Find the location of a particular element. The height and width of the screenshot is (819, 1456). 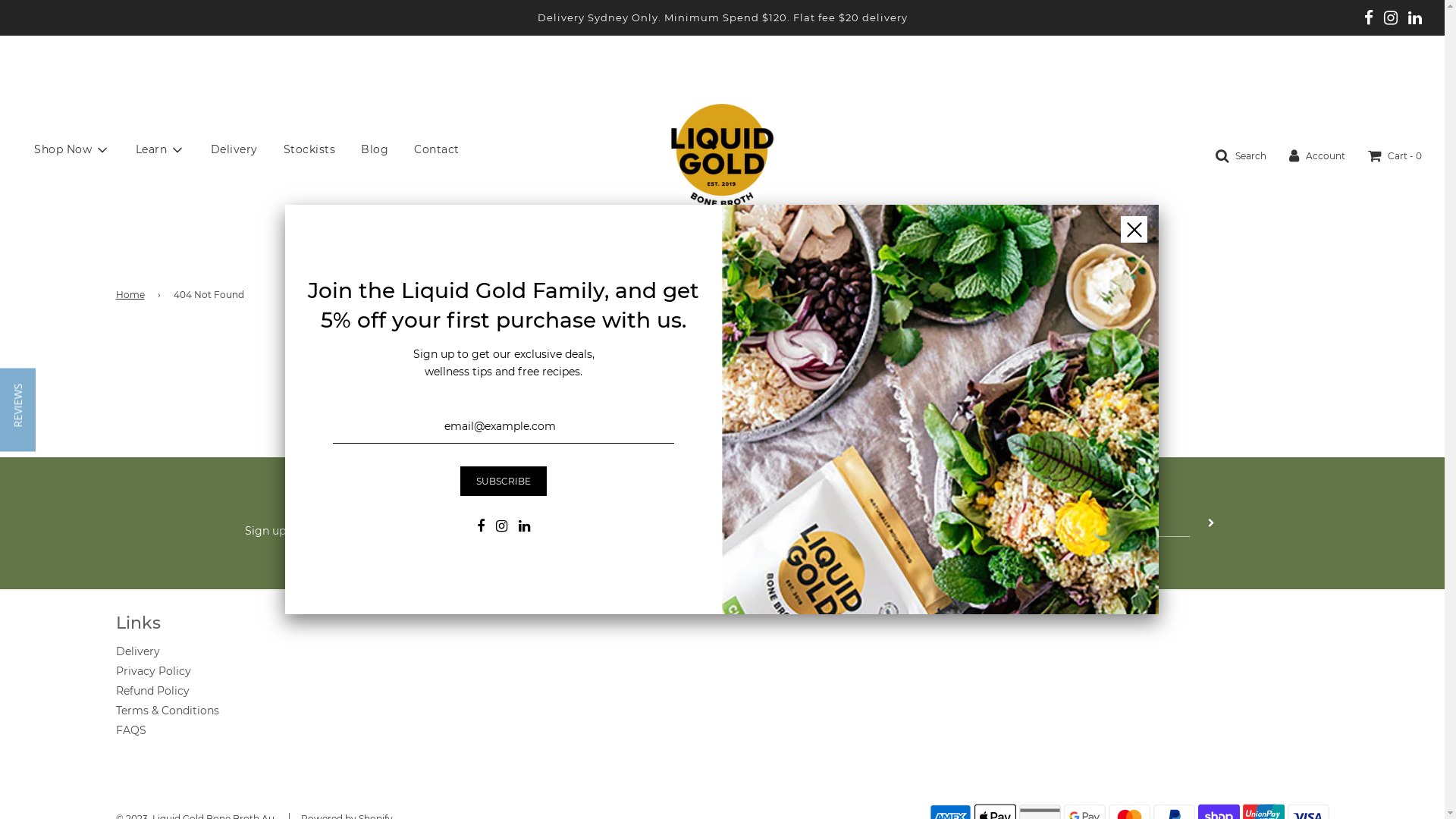

'Refund Policy' is located at coordinates (152, 690).